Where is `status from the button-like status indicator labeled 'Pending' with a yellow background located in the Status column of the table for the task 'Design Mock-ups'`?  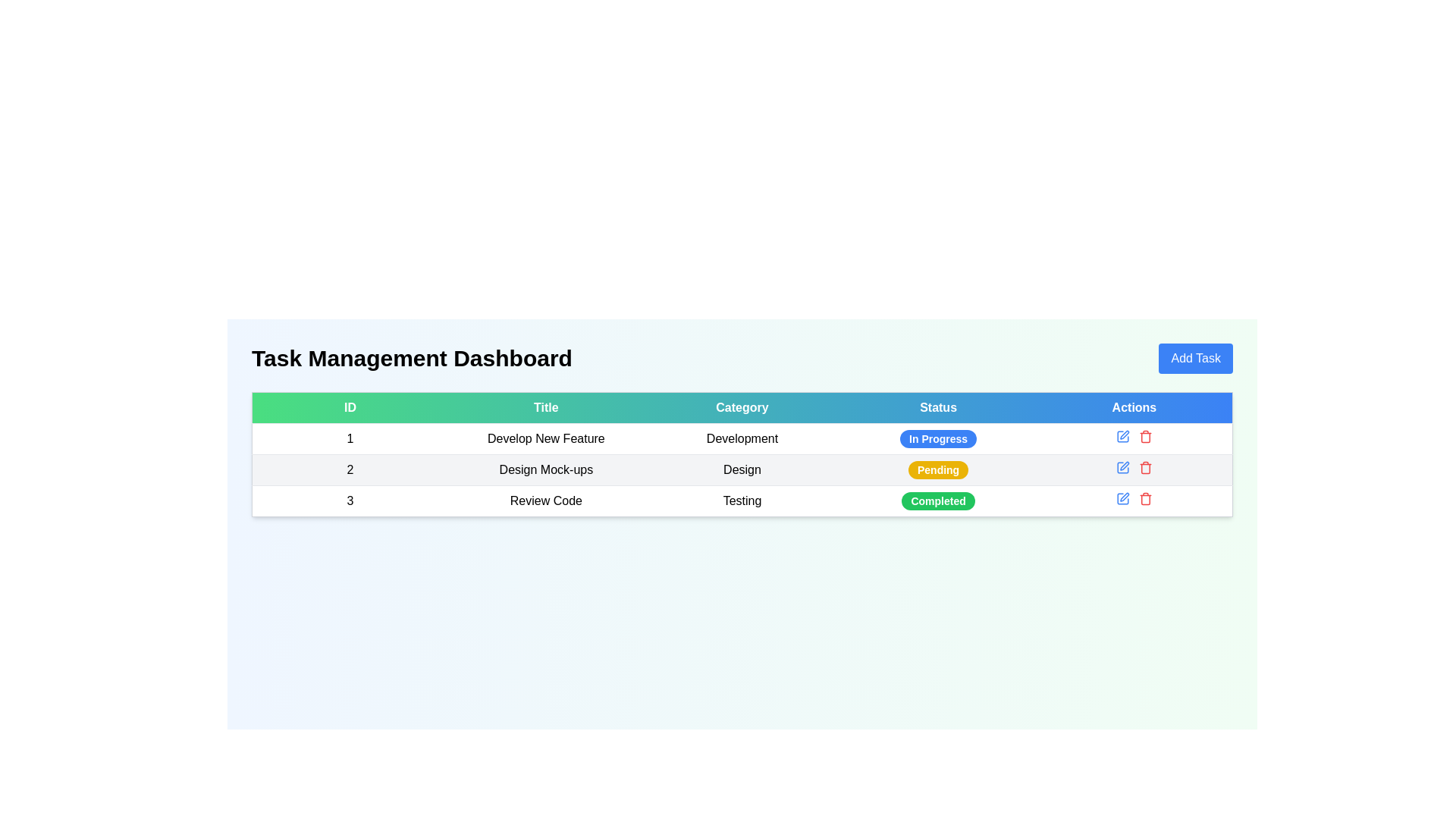
status from the button-like status indicator labeled 'Pending' with a yellow background located in the Status column of the table for the task 'Design Mock-ups' is located at coordinates (937, 469).